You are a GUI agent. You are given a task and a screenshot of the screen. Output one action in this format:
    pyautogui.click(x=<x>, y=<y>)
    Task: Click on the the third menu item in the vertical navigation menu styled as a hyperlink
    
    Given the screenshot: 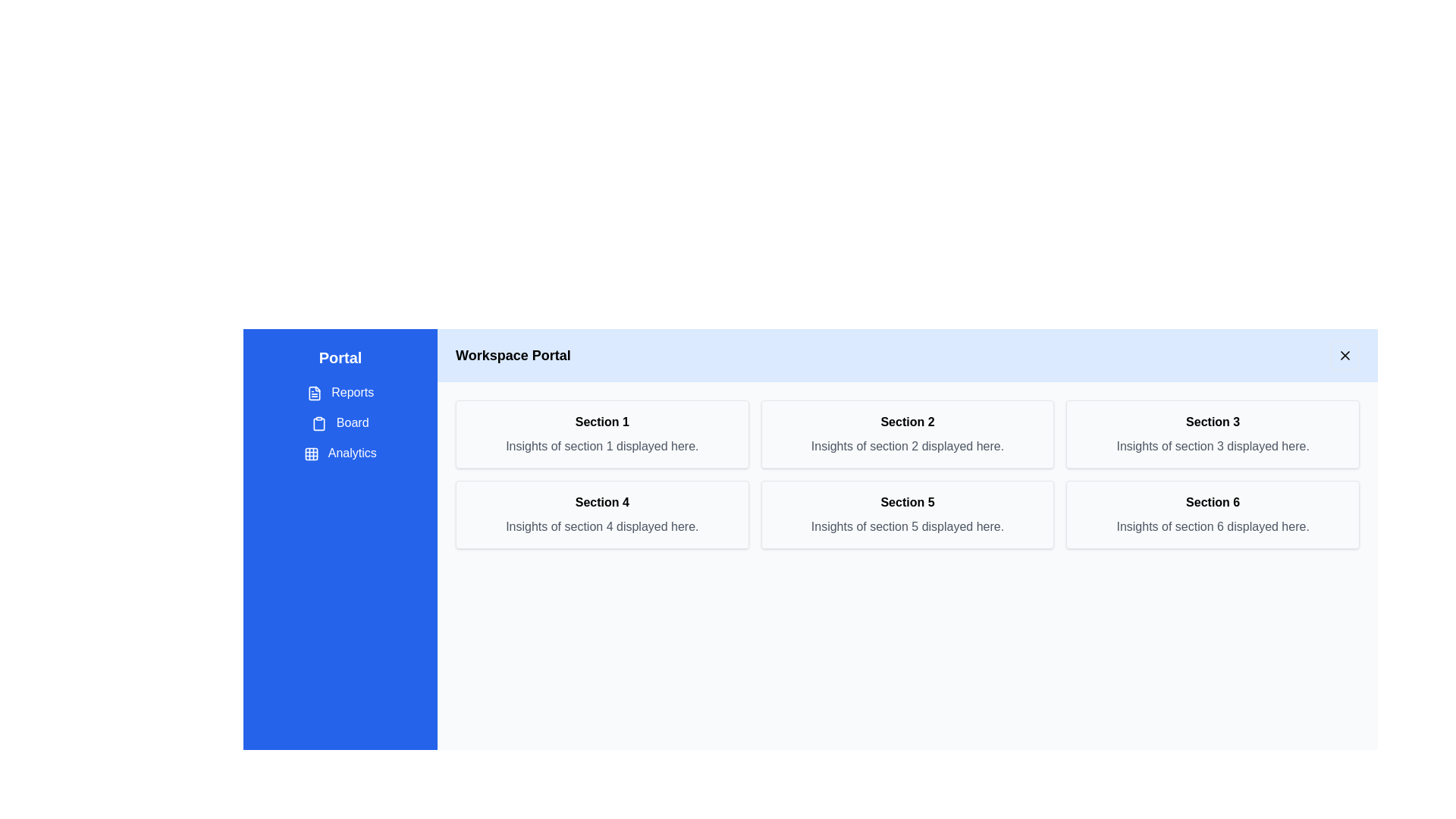 What is the action you would take?
    pyautogui.click(x=340, y=452)
    